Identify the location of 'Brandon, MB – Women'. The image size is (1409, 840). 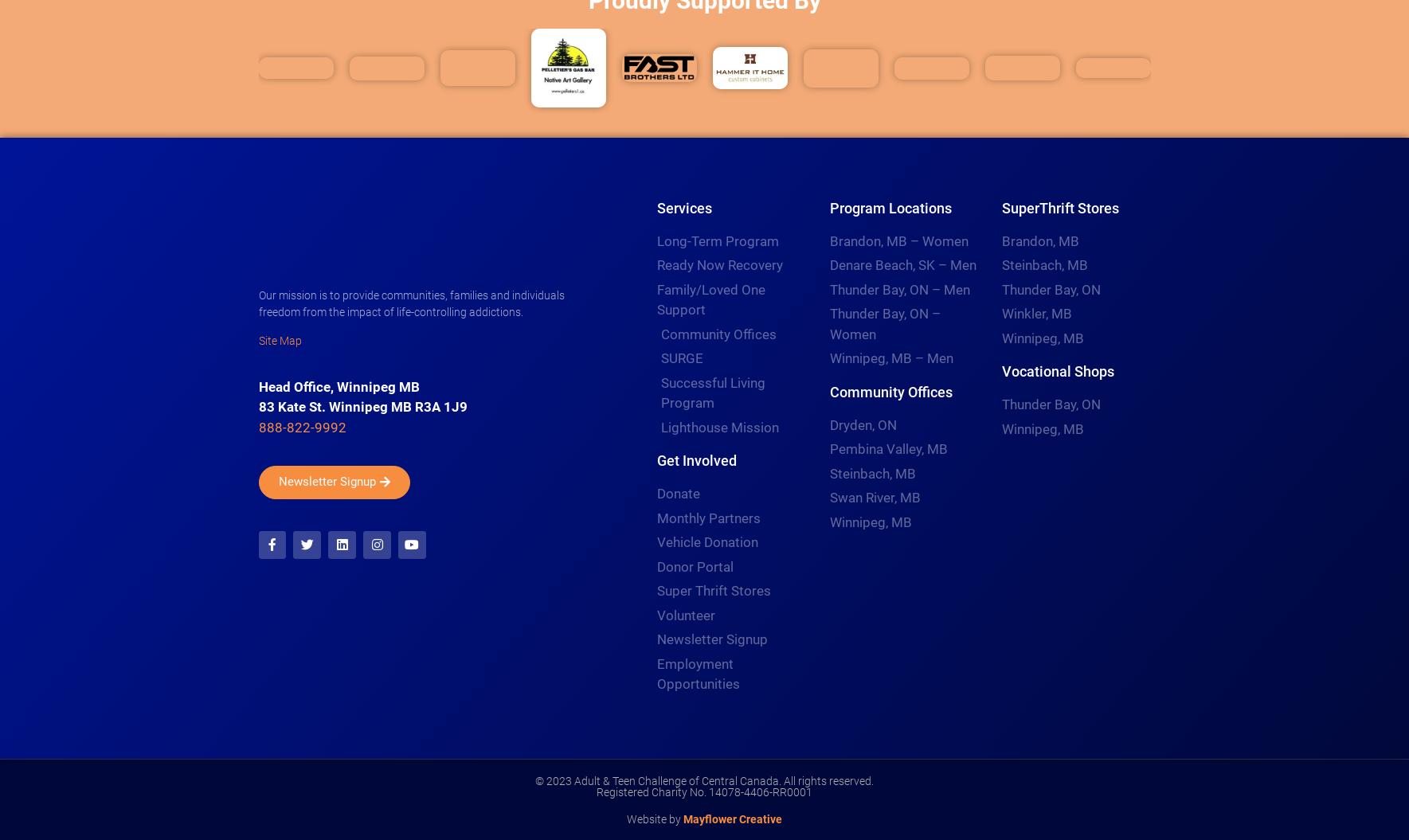
(897, 240).